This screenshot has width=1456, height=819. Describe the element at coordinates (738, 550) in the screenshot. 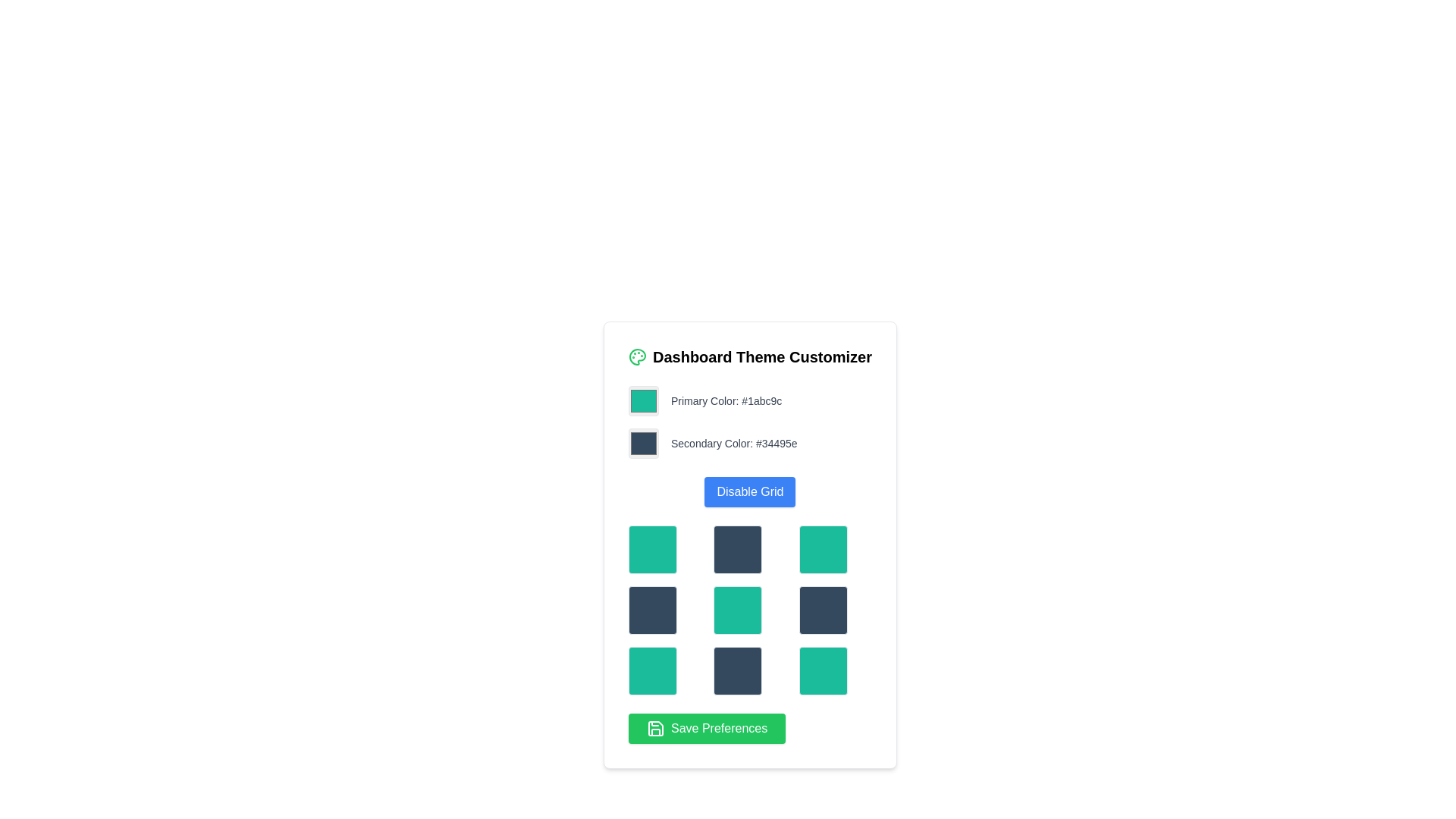

I see `the dark blue-gray square button located in the middle row and middle column of the 3x3 grid` at that location.